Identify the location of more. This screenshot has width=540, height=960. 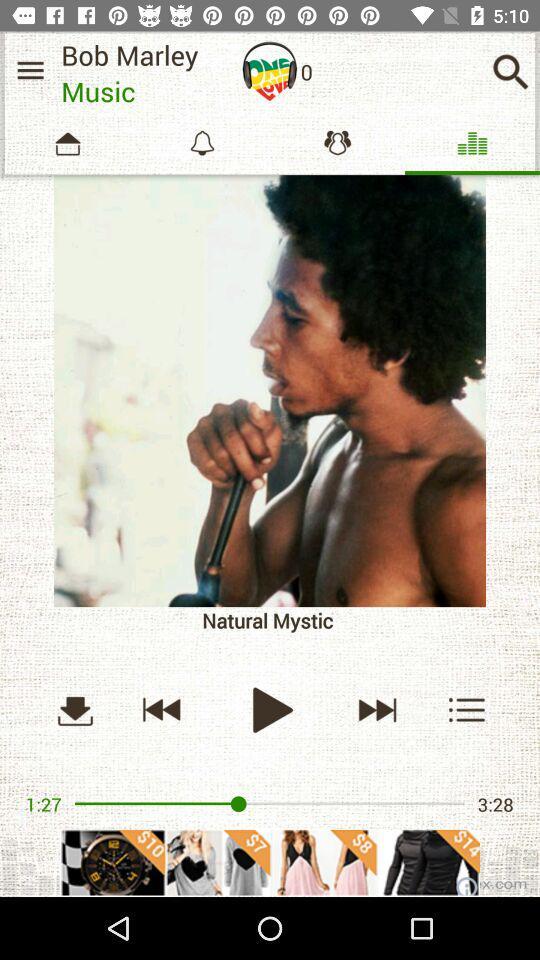
(270, 390).